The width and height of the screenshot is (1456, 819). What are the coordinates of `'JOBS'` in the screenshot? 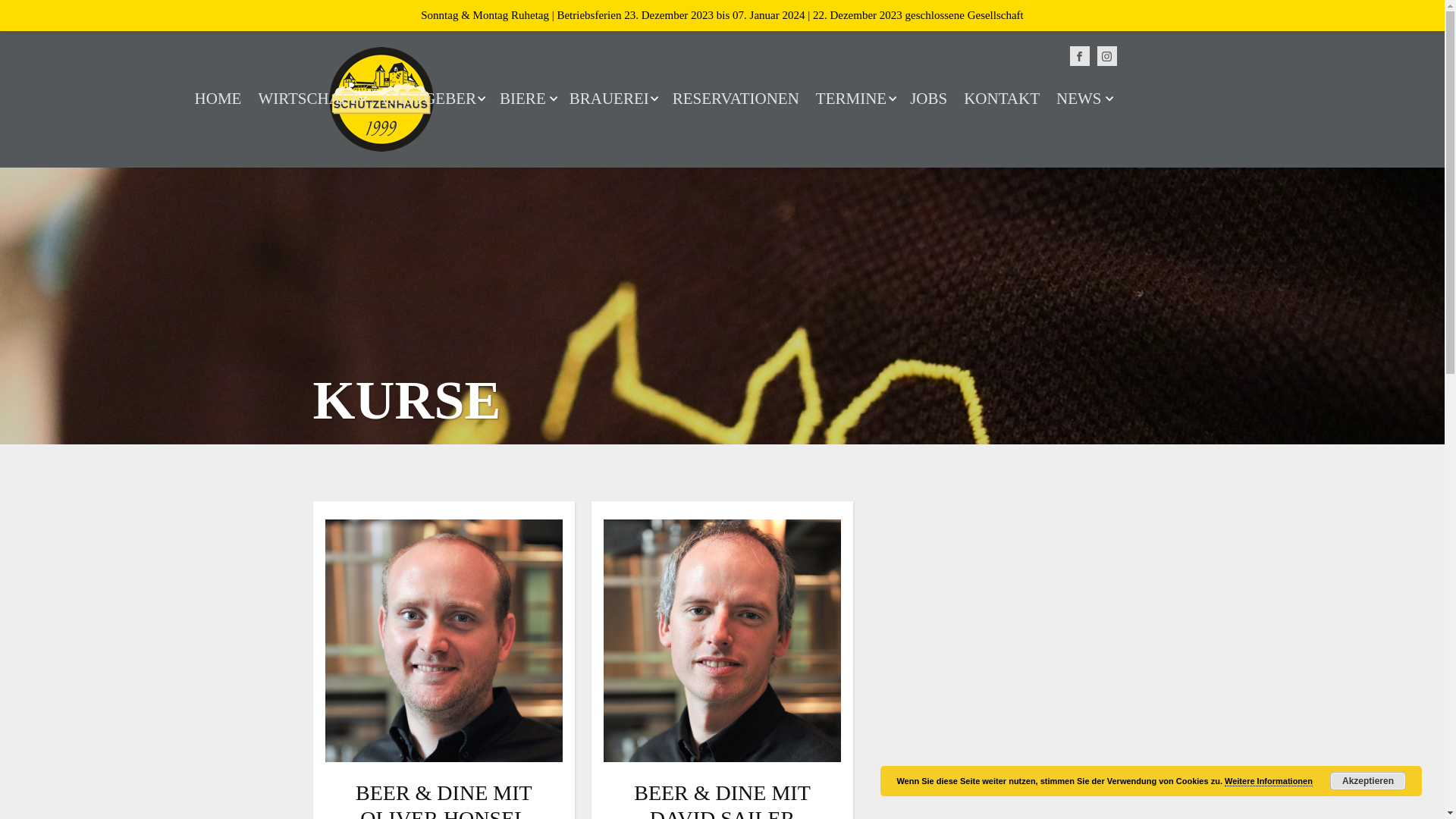 It's located at (927, 99).